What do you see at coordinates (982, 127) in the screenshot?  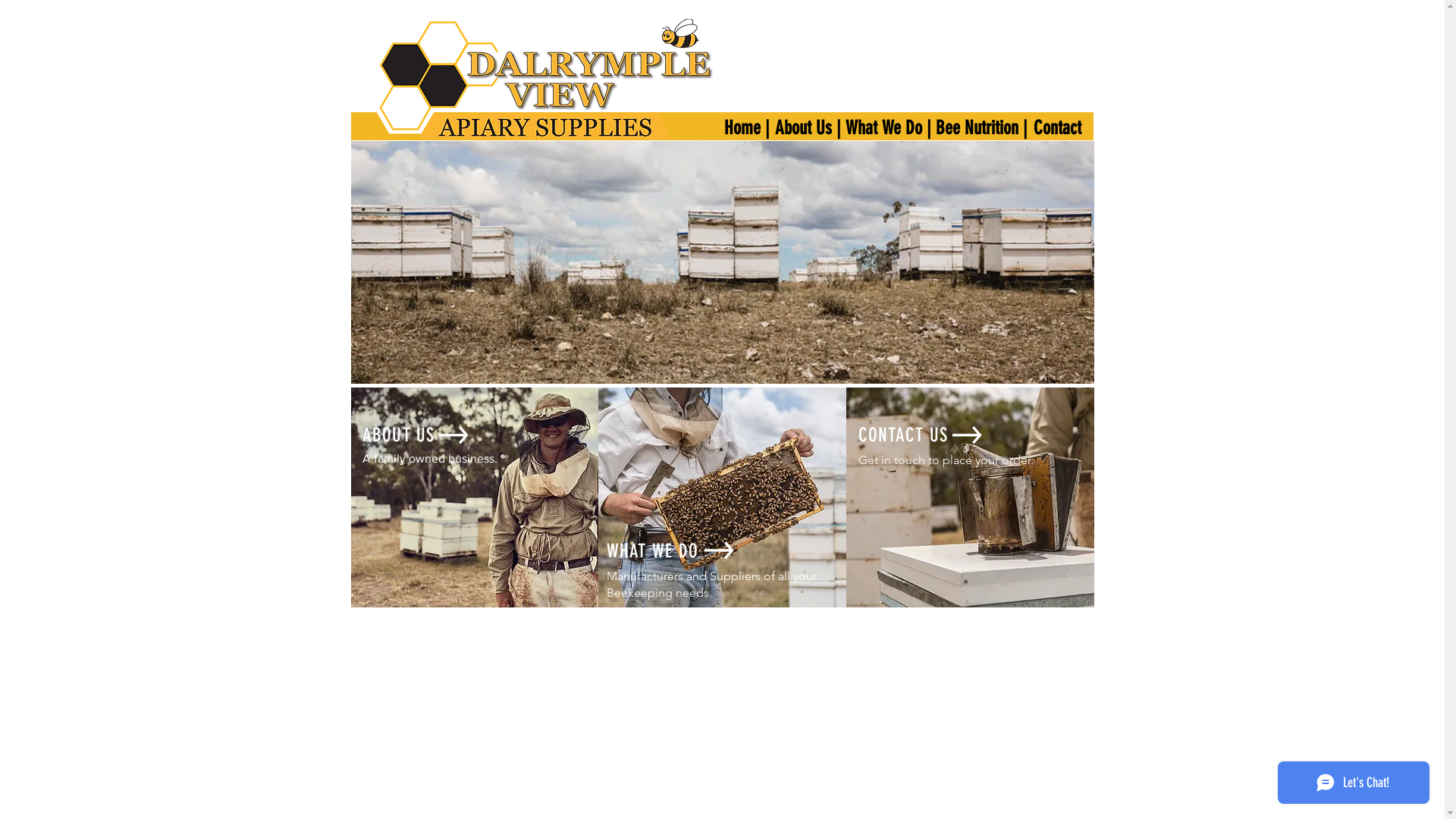 I see `'Bee Nutrition |'` at bounding box center [982, 127].